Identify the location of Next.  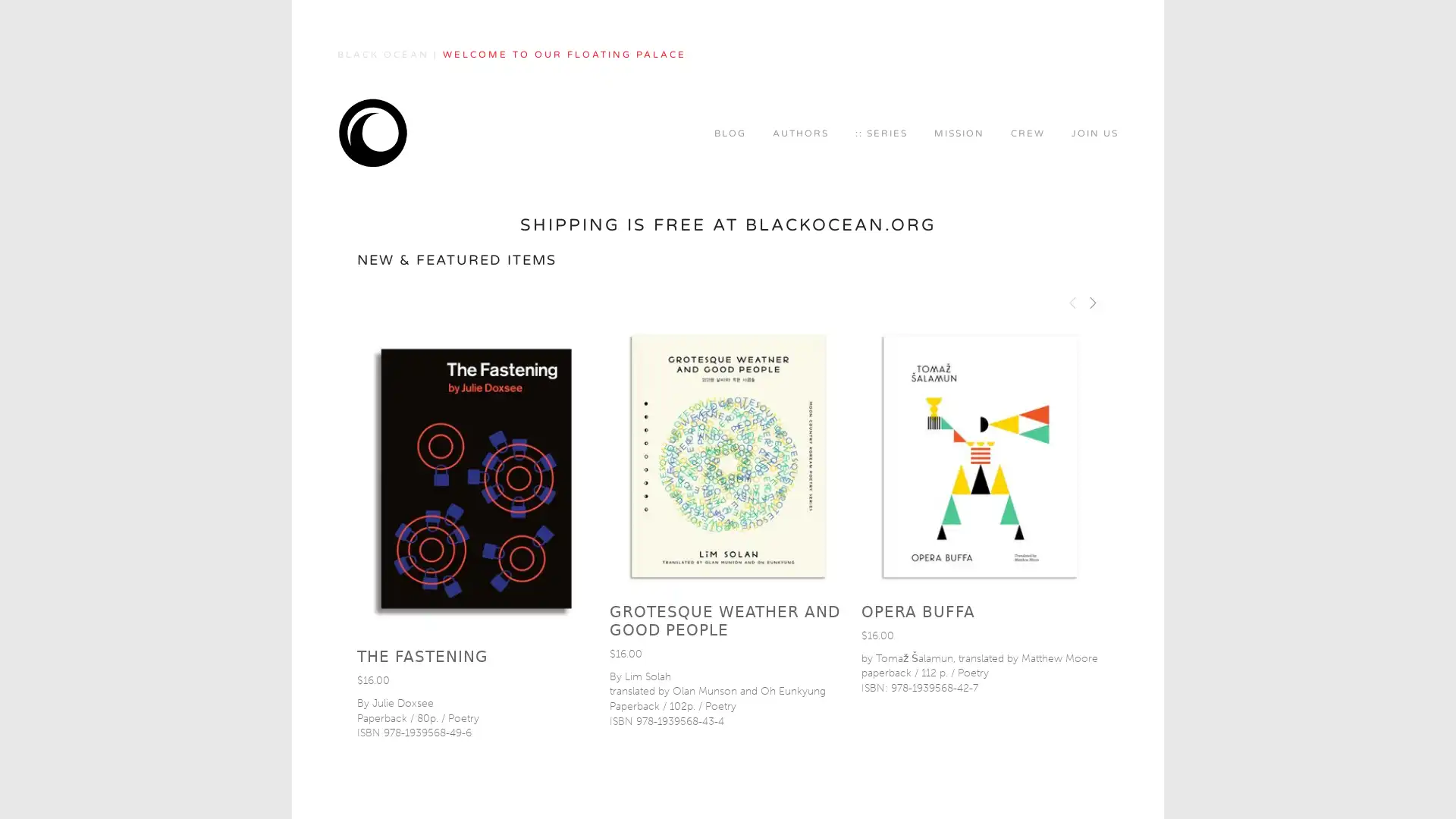
(1092, 301).